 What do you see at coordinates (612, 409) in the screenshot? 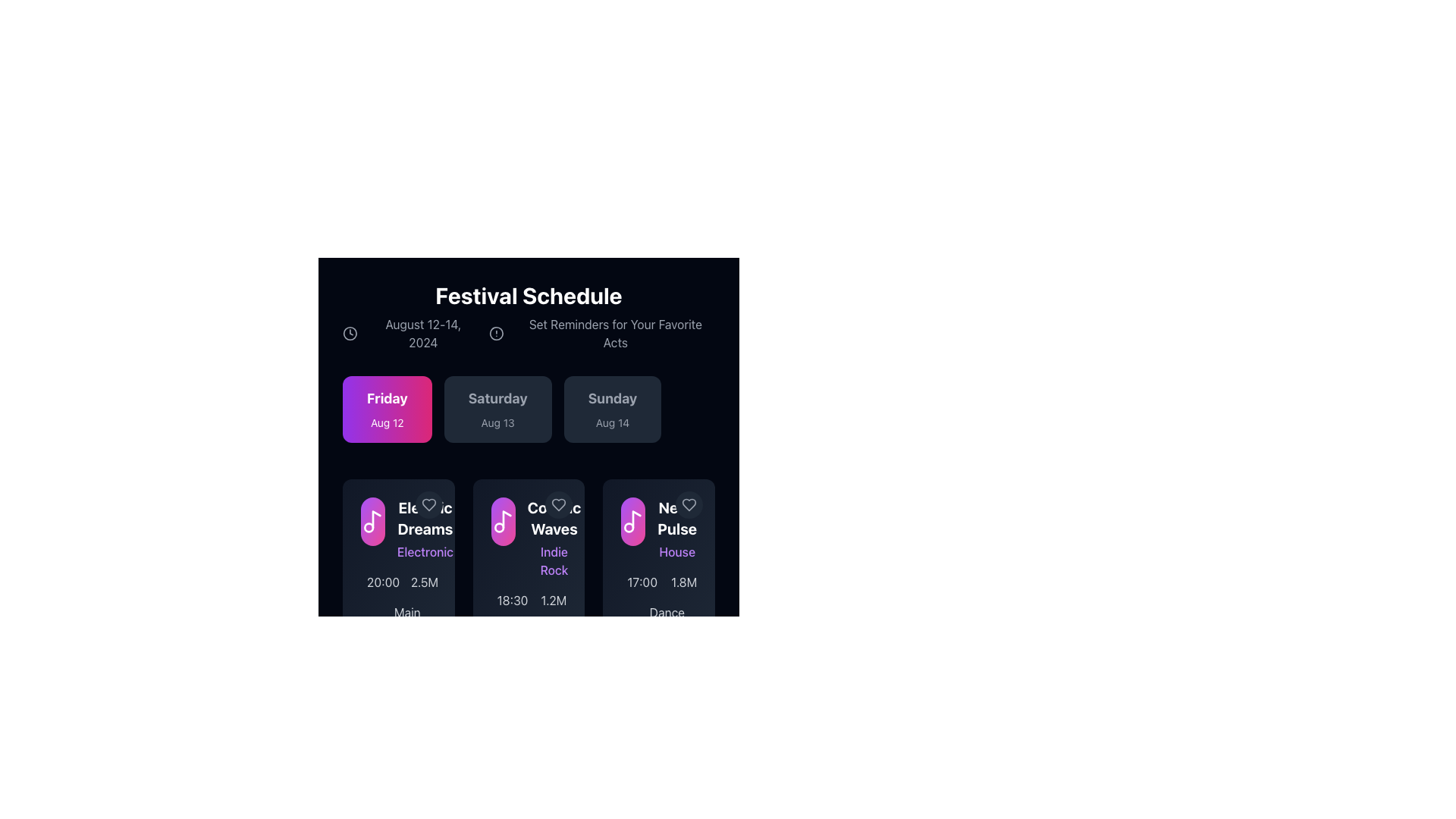
I see `the schedule button for Sunday, August 14, which is the third element in a horizontal list of date-related buttons, located between the Saturday Aug 13 button and empty space` at bounding box center [612, 409].